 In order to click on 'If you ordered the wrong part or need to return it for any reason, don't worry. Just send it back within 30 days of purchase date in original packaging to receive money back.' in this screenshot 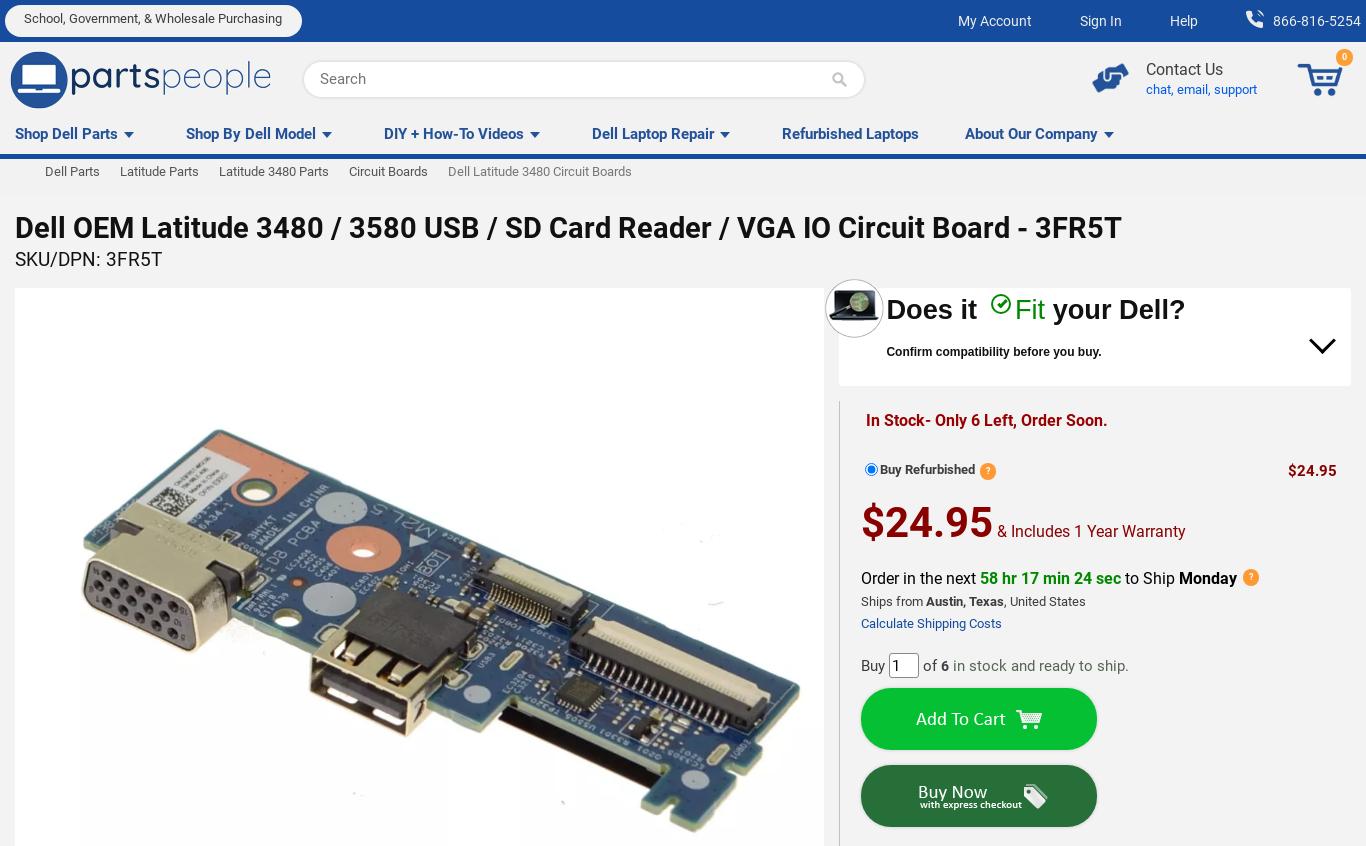, I will do `click(615, 170)`.